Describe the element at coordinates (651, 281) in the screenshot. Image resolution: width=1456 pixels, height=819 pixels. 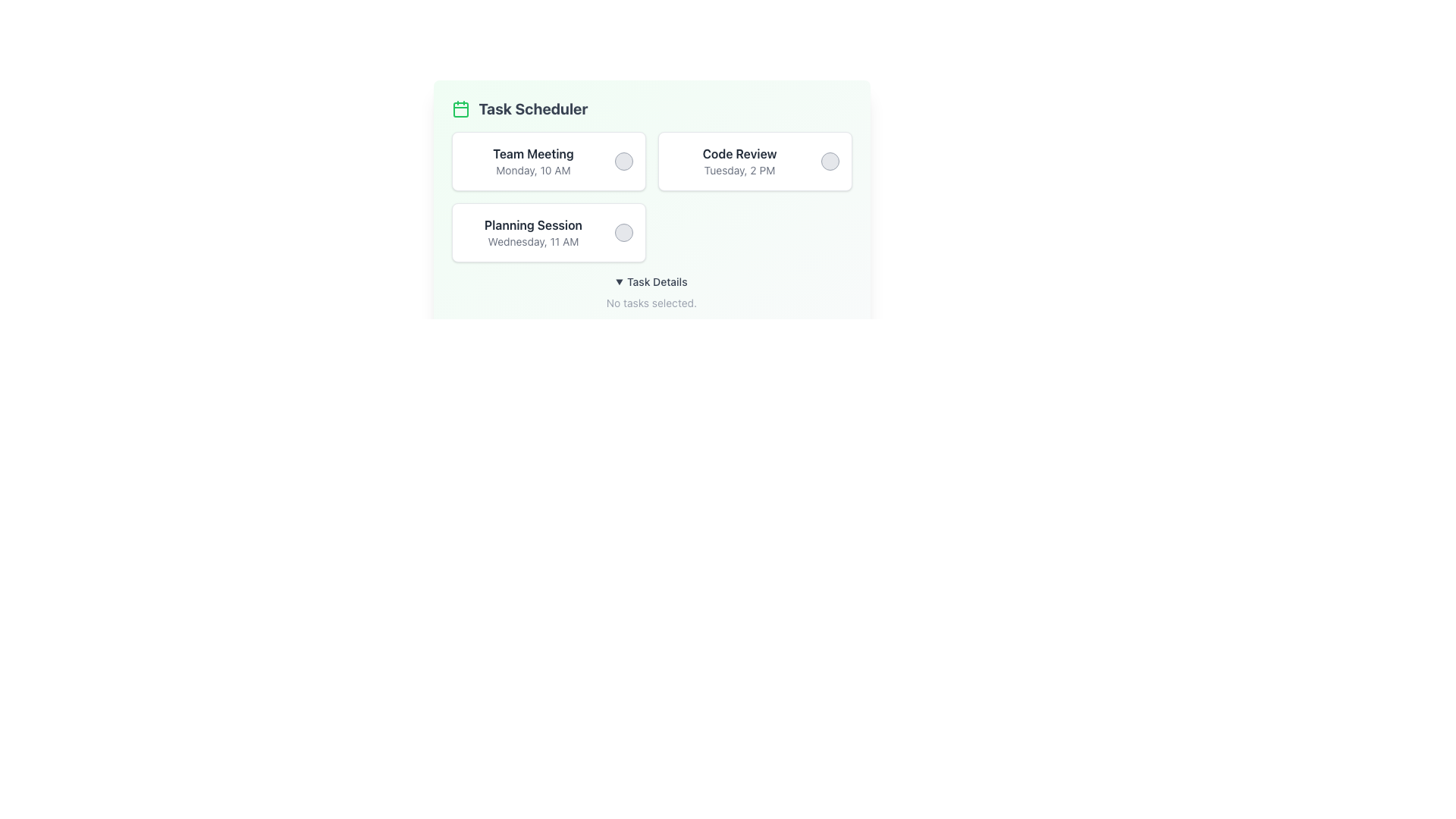
I see `the 'Task Details' Collapsible Header` at that location.